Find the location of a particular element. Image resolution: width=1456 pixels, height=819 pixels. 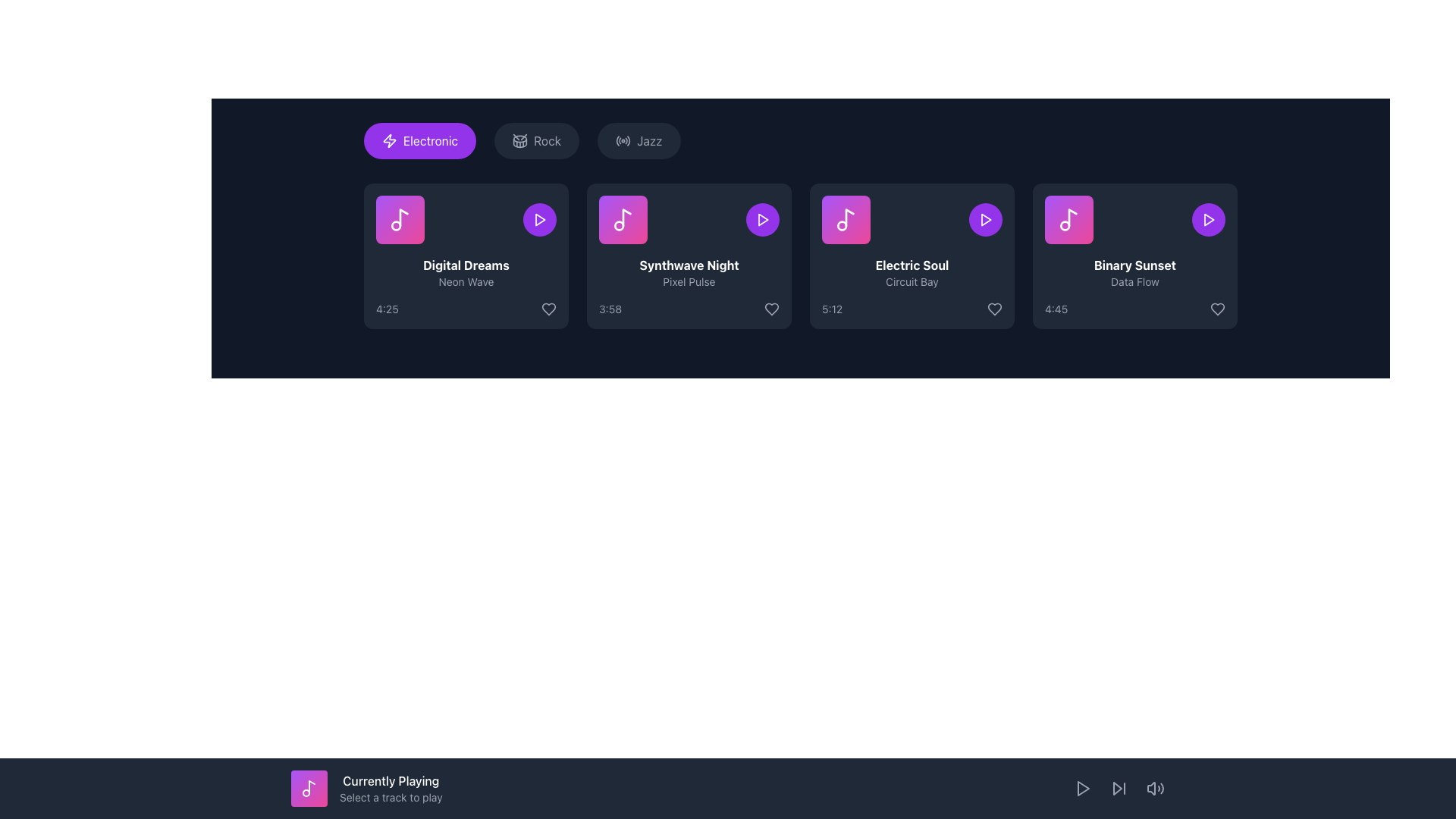

the play button located in the top right section of the first music card, associated with the 'Digital Dreams' song title, to select the item is located at coordinates (540, 219).